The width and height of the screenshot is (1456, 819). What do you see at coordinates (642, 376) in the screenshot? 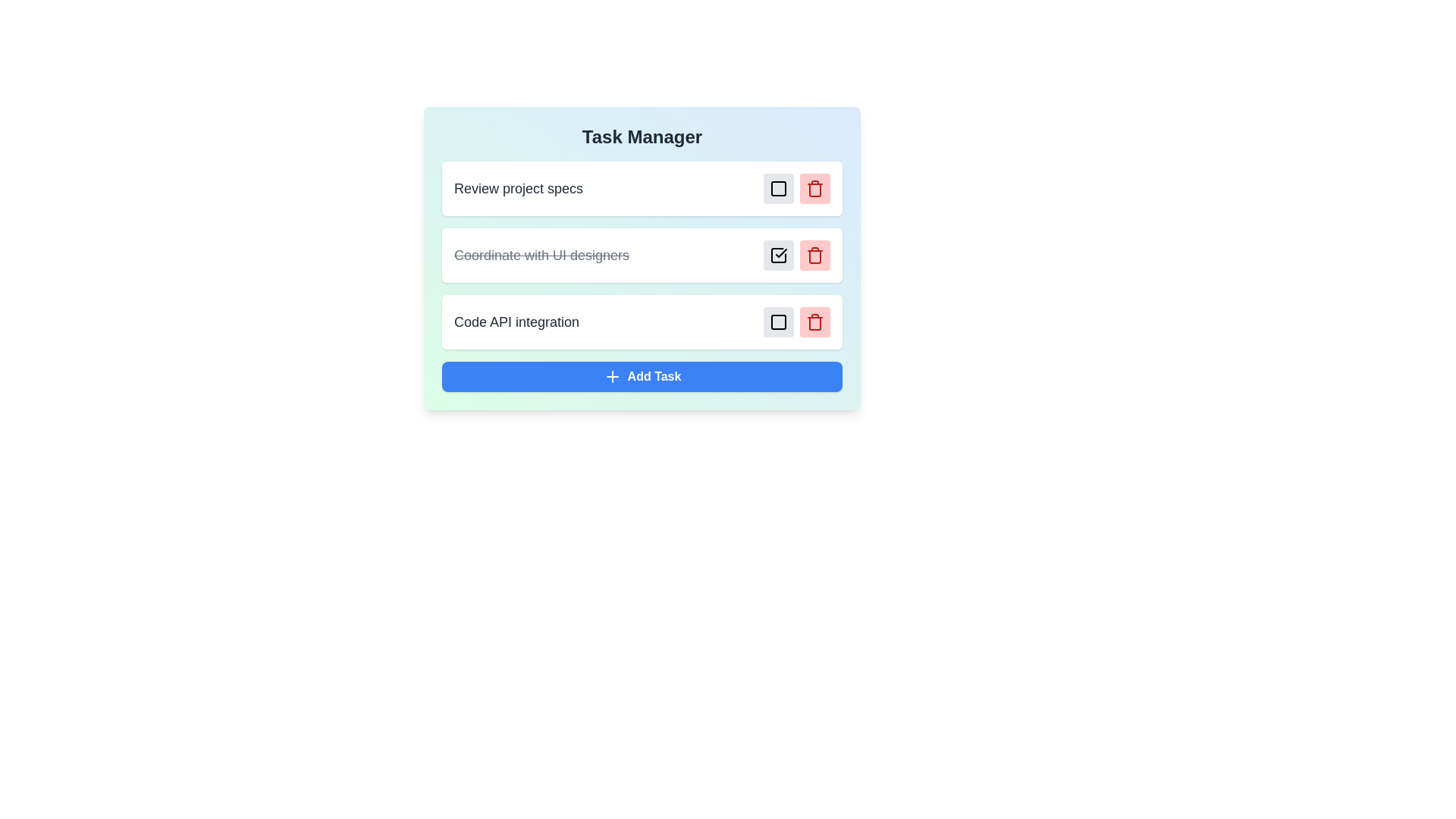
I see `'Add Task' button to add a new task to the list` at bounding box center [642, 376].